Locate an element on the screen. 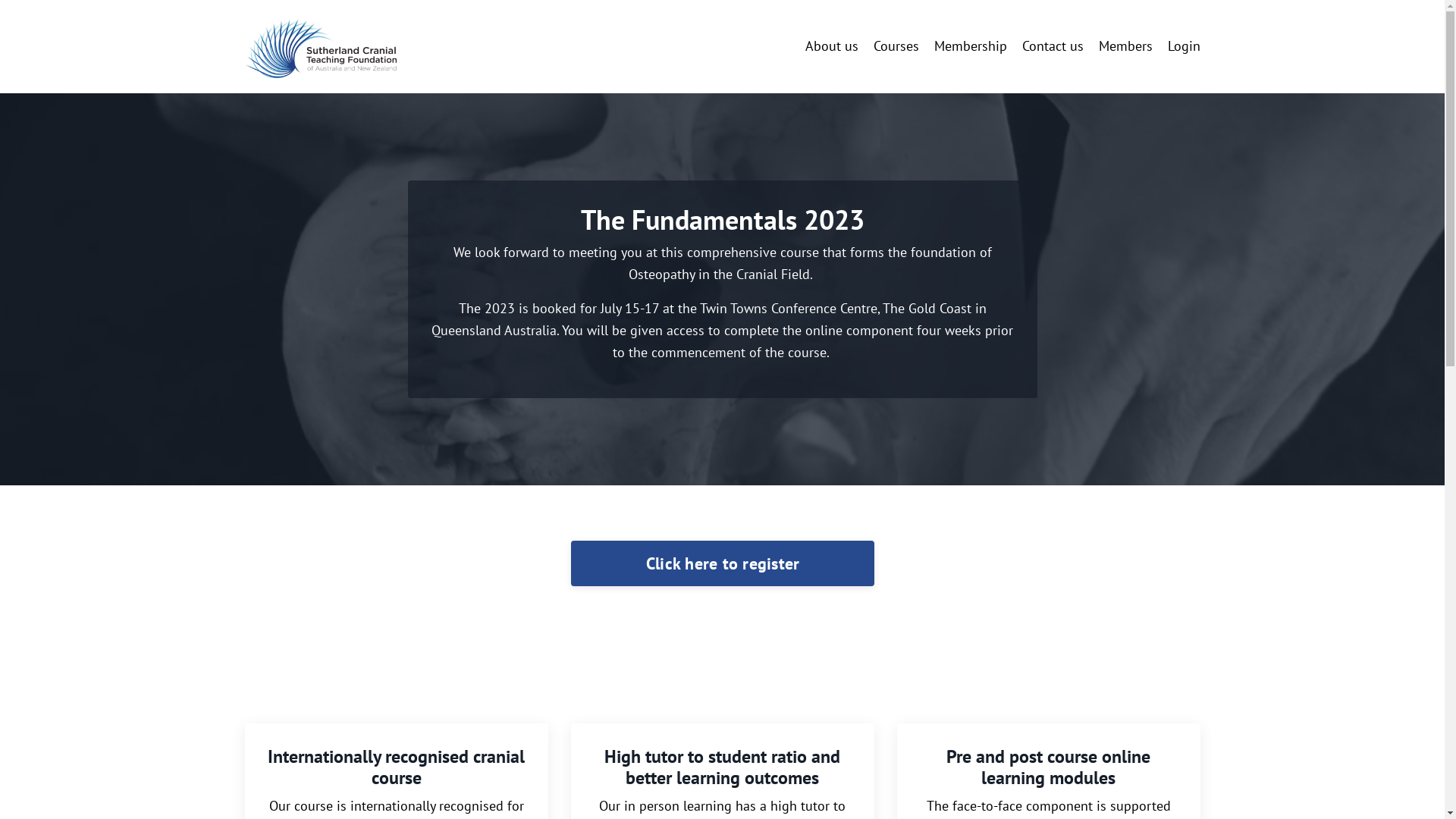 This screenshot has width=1456, height=819. 'Members' is located at coordinates (1098, 45).